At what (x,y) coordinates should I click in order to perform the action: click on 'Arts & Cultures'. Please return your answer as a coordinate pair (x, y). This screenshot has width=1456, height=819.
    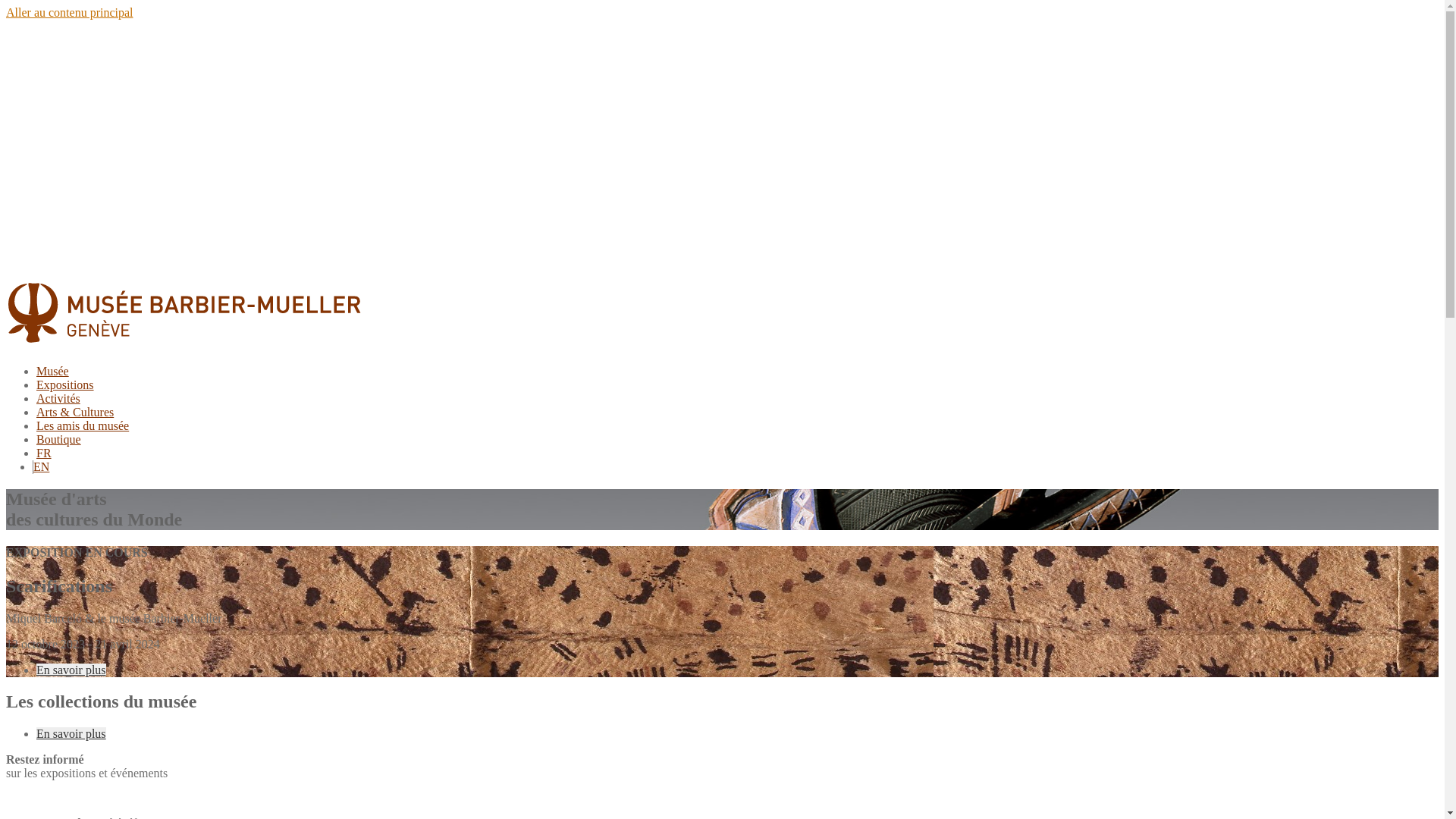
    Looking at the image, I should click on (74, 412).